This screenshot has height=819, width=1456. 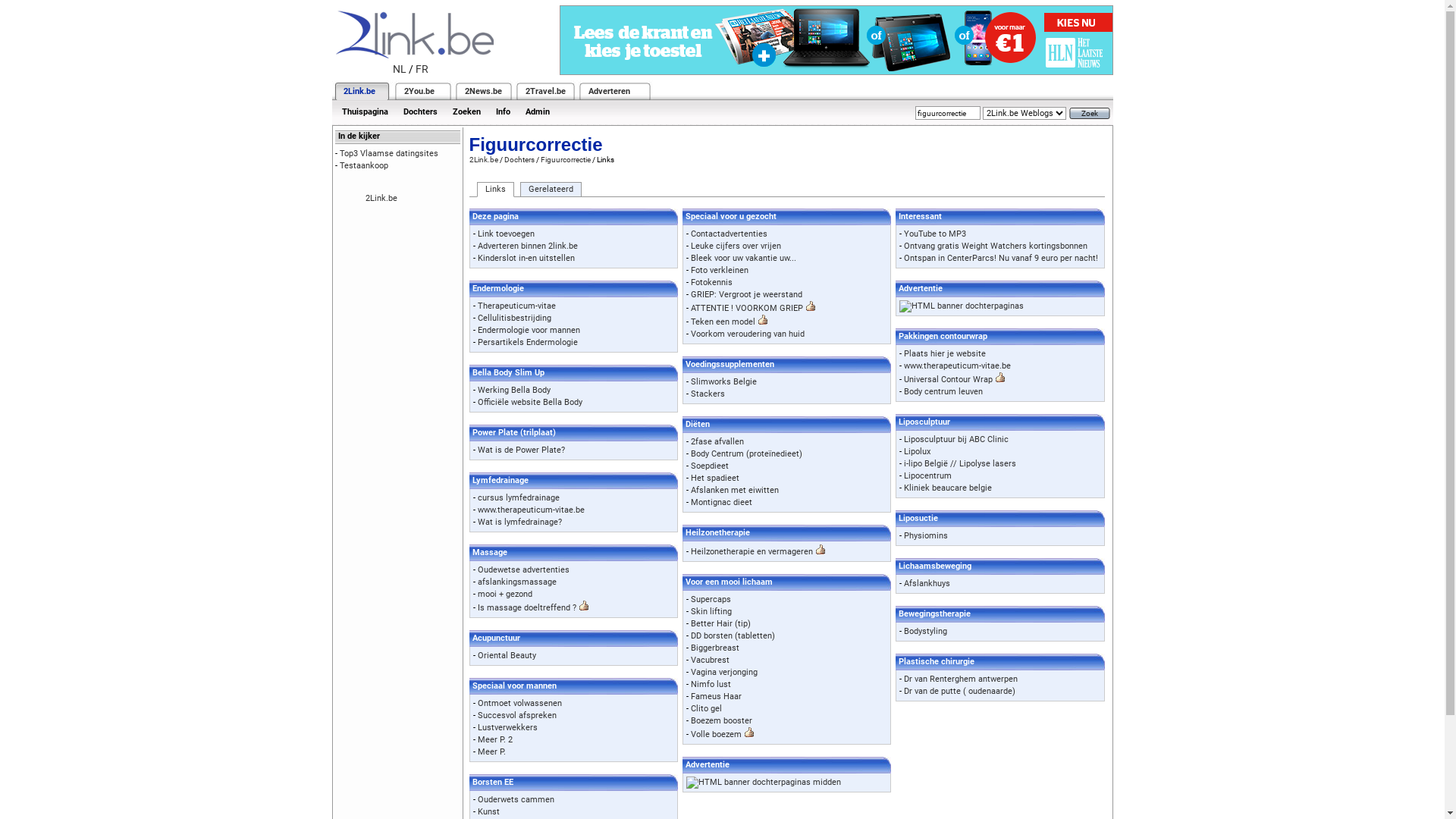 I want to click on 'Meer P.', so click(x=491, y=752).